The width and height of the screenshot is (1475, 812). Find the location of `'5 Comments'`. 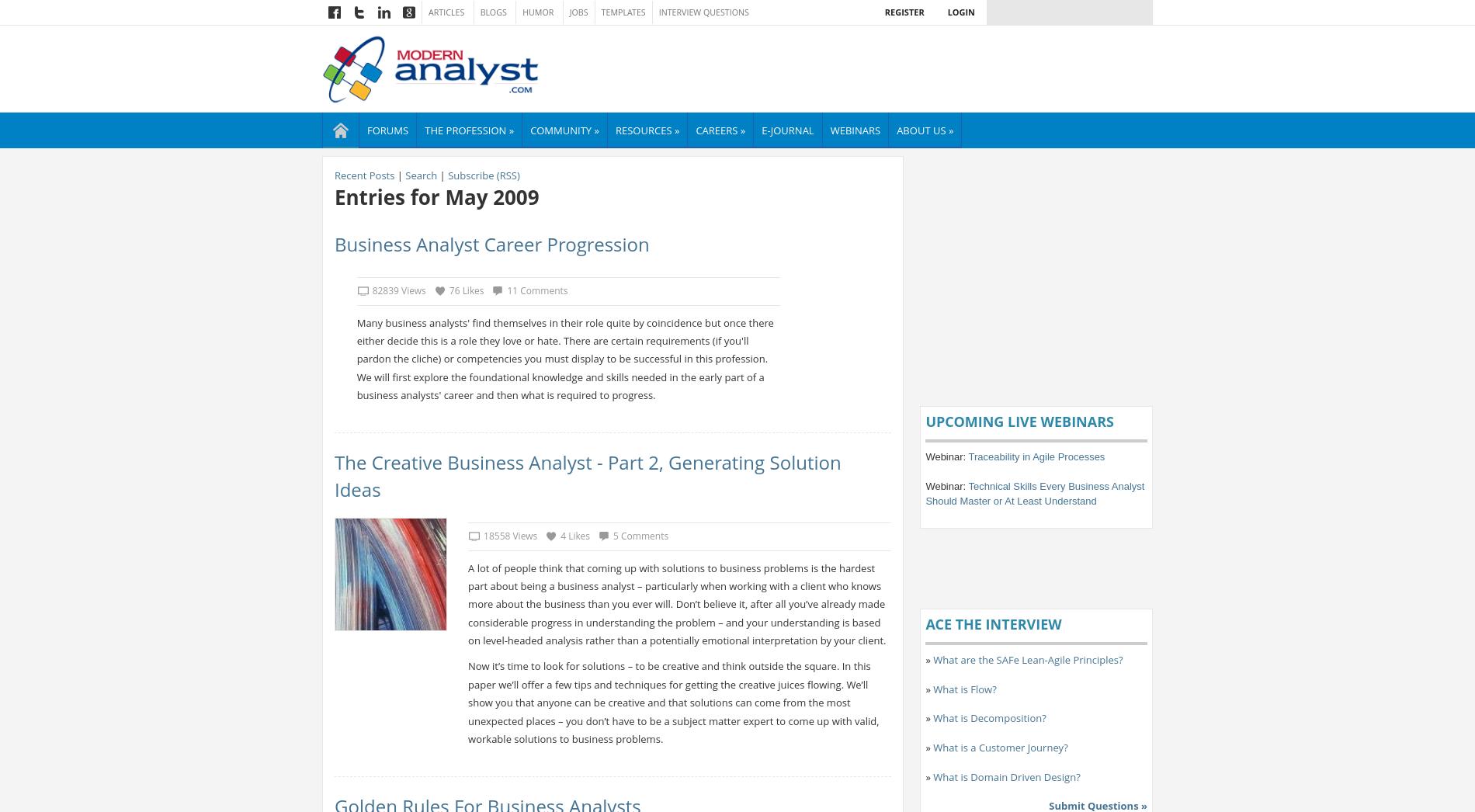

'5 Comments' is located at coordinates (639, 536).